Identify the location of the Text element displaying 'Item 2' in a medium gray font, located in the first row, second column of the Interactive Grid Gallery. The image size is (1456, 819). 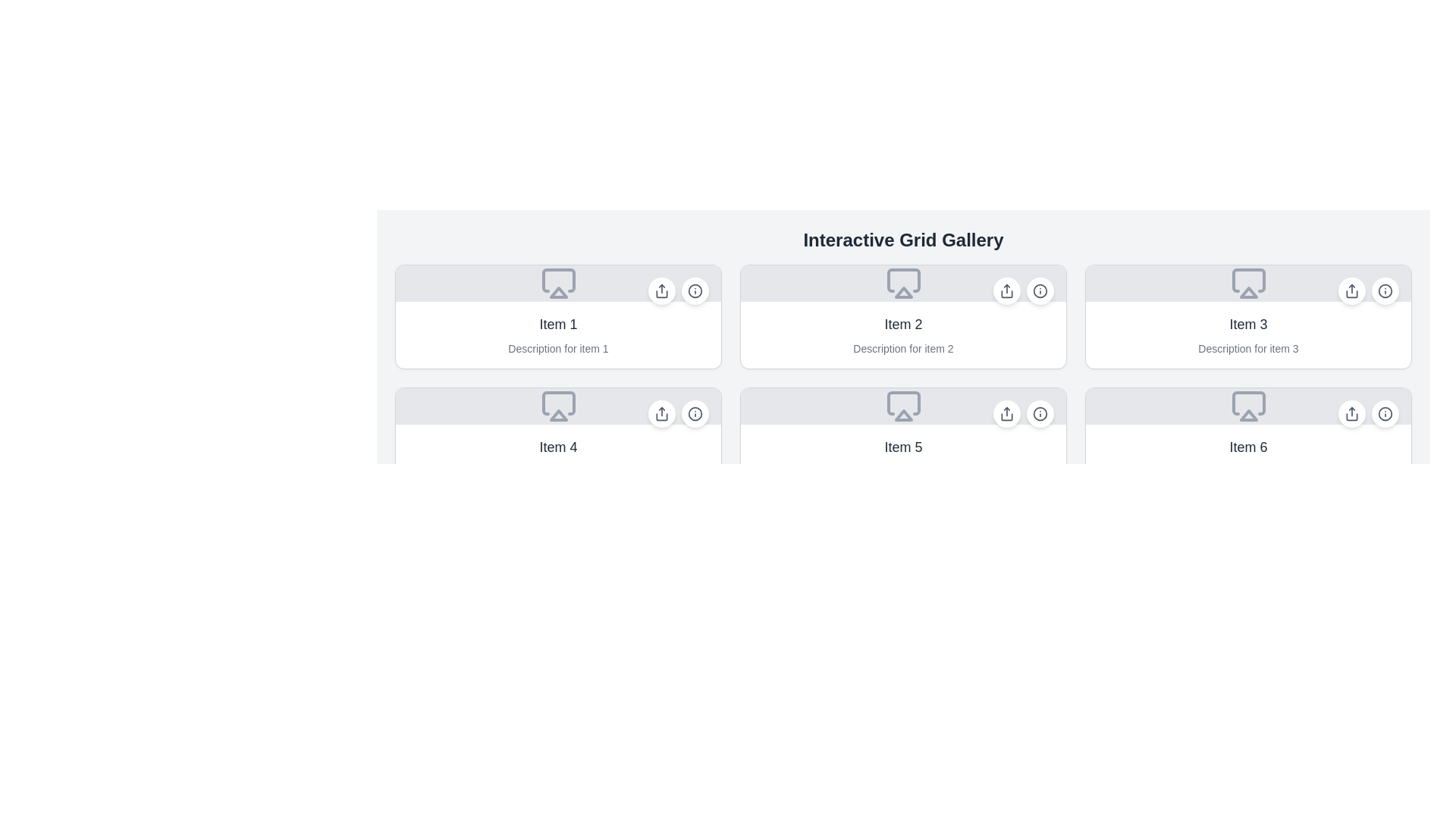
(903, 324).